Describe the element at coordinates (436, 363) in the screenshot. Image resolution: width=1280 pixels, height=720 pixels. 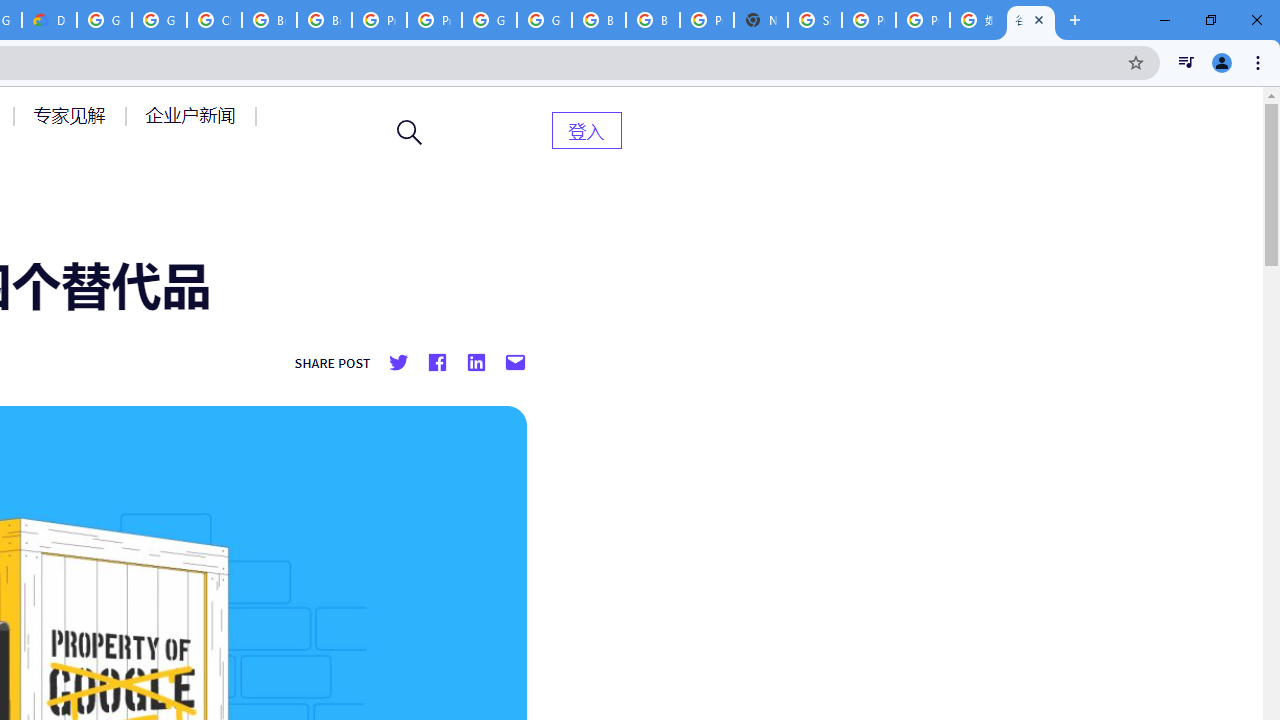
I see `'Share on facebook'` at that location.